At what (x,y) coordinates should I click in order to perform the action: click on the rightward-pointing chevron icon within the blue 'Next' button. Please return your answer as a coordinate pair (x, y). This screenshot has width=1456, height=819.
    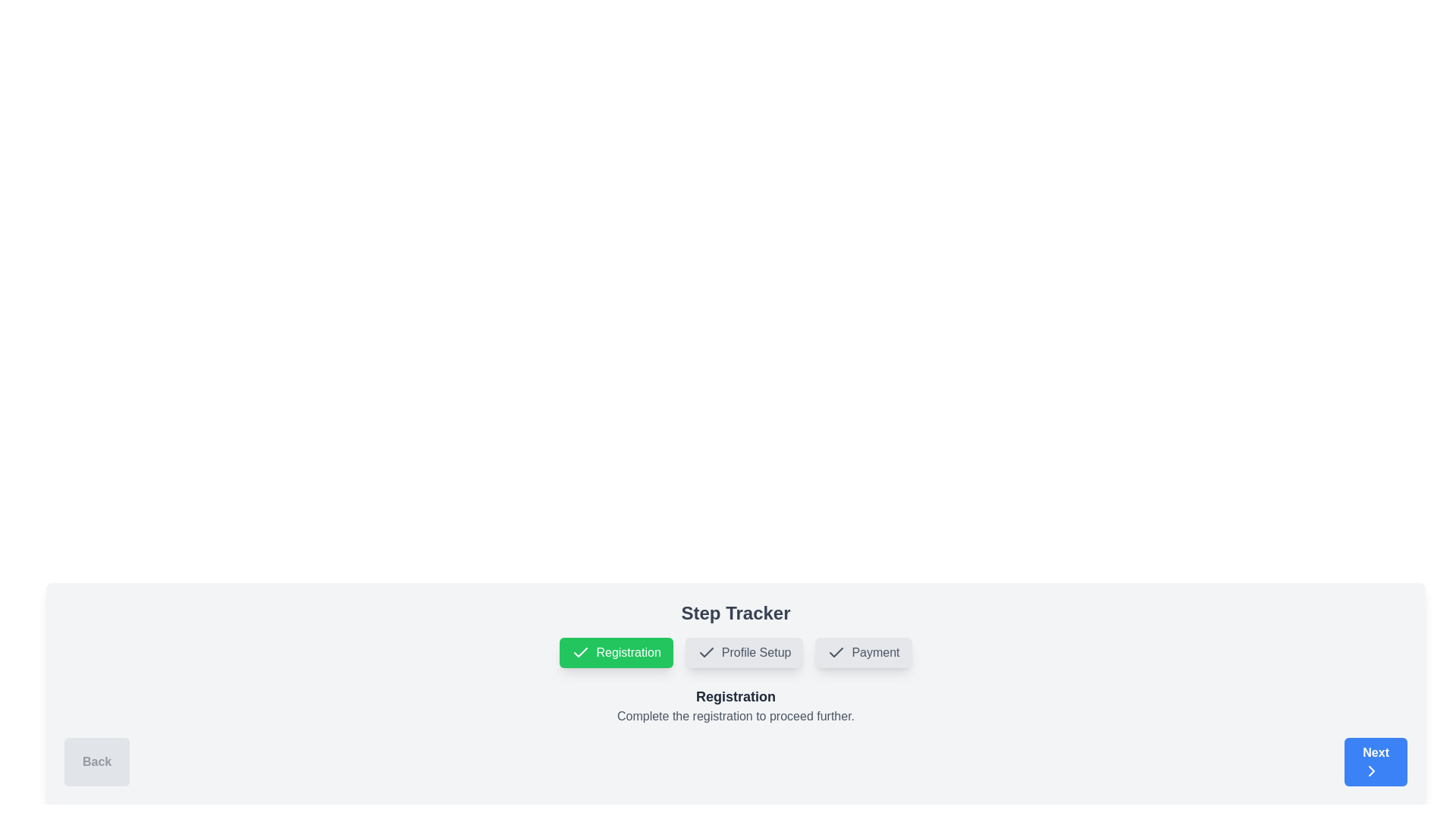
    Looking at the image, I should click on (1372, 771).